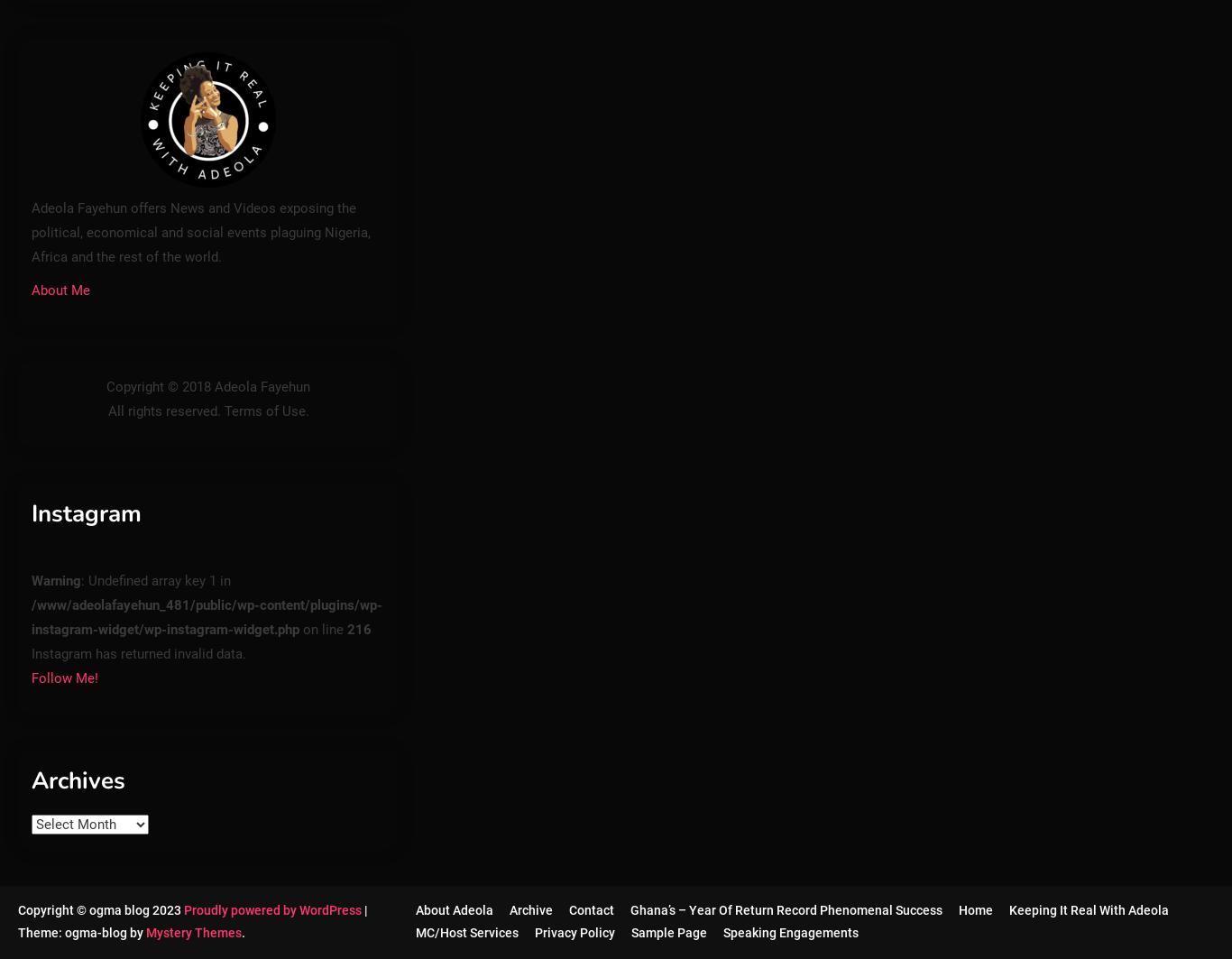  Describe the element at coordinates (193, 931) in the screenshot. I see `'Mystery Themes'` at that location.